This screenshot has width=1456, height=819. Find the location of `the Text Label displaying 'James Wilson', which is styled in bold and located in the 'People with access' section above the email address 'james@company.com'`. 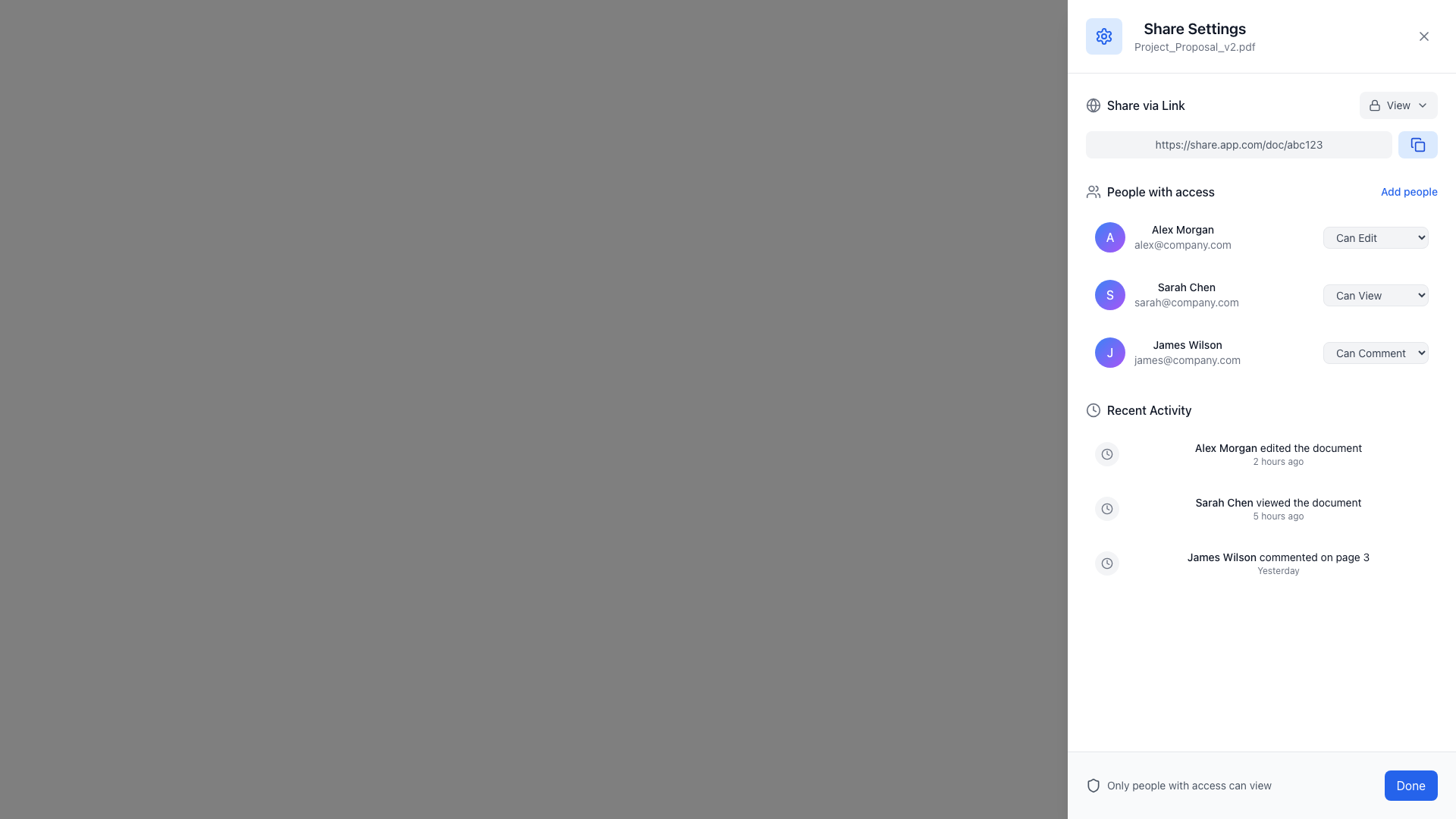

the Text Label displaying 'James Wilson', which is styled in bold and located in the 'People with access' section above the email address 'james@company.com' is located at coordinates (1187, 345).